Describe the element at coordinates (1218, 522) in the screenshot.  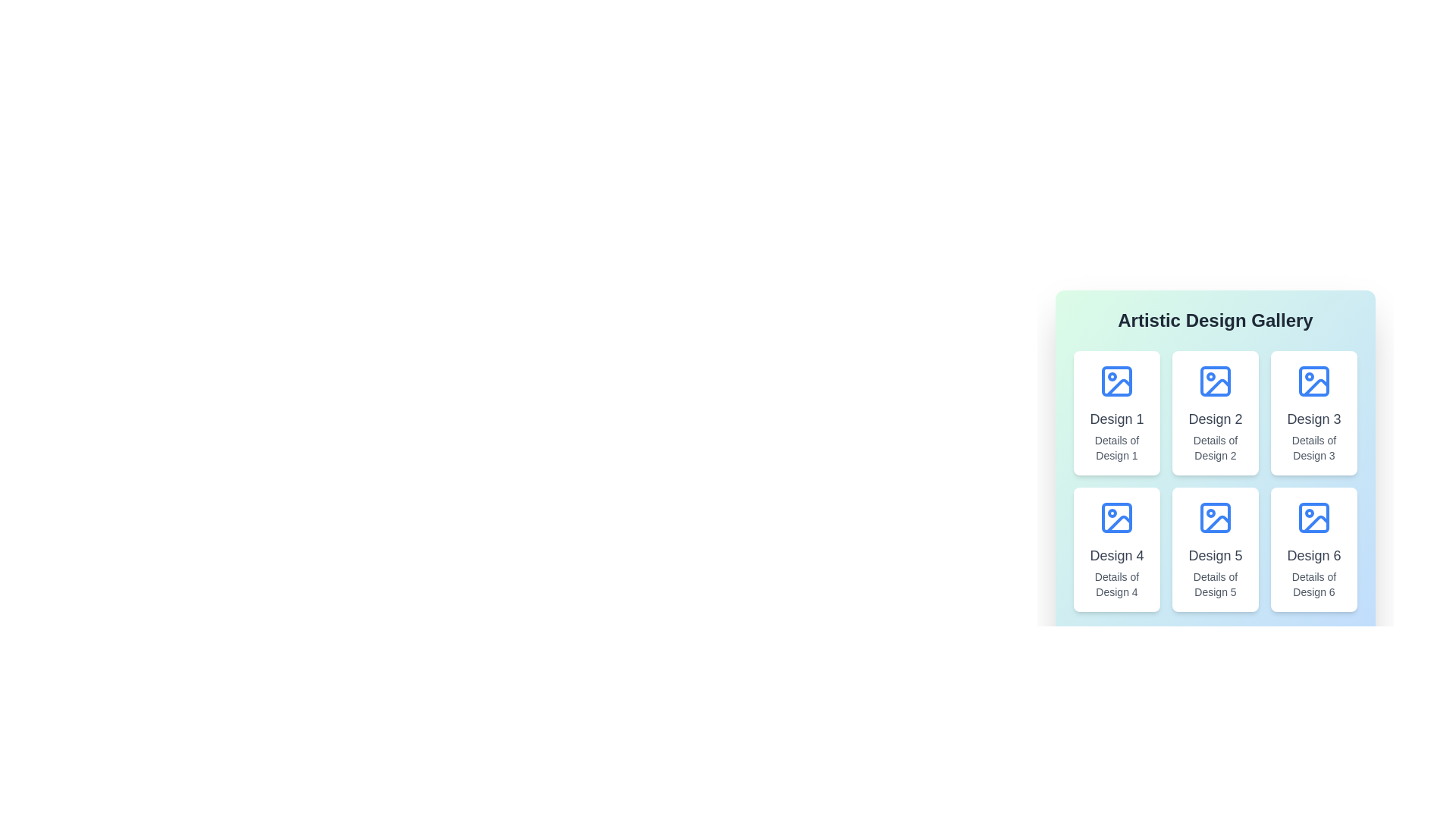
I see `the image preview icon representing Design 5 located in the bottom row, third column of a 2x3 grid layout` at that location.